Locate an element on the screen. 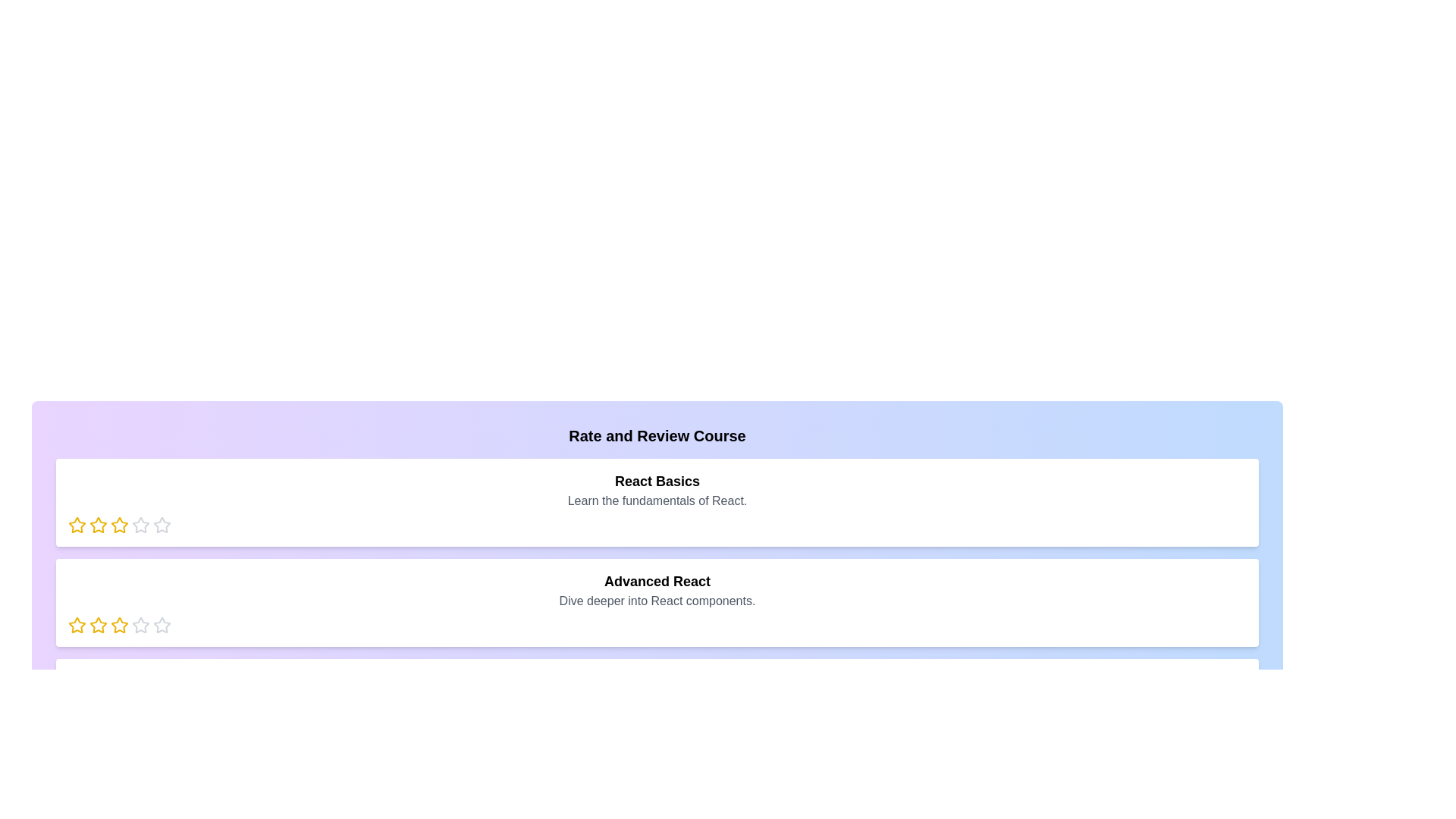 The width and height of the screenshot is (1456, 819). the text element that reads 'Learn the fundamentals of React.', which is positioned below the heading 'React Basics' and above a line of star ratings is located at coordinates (657, 500).